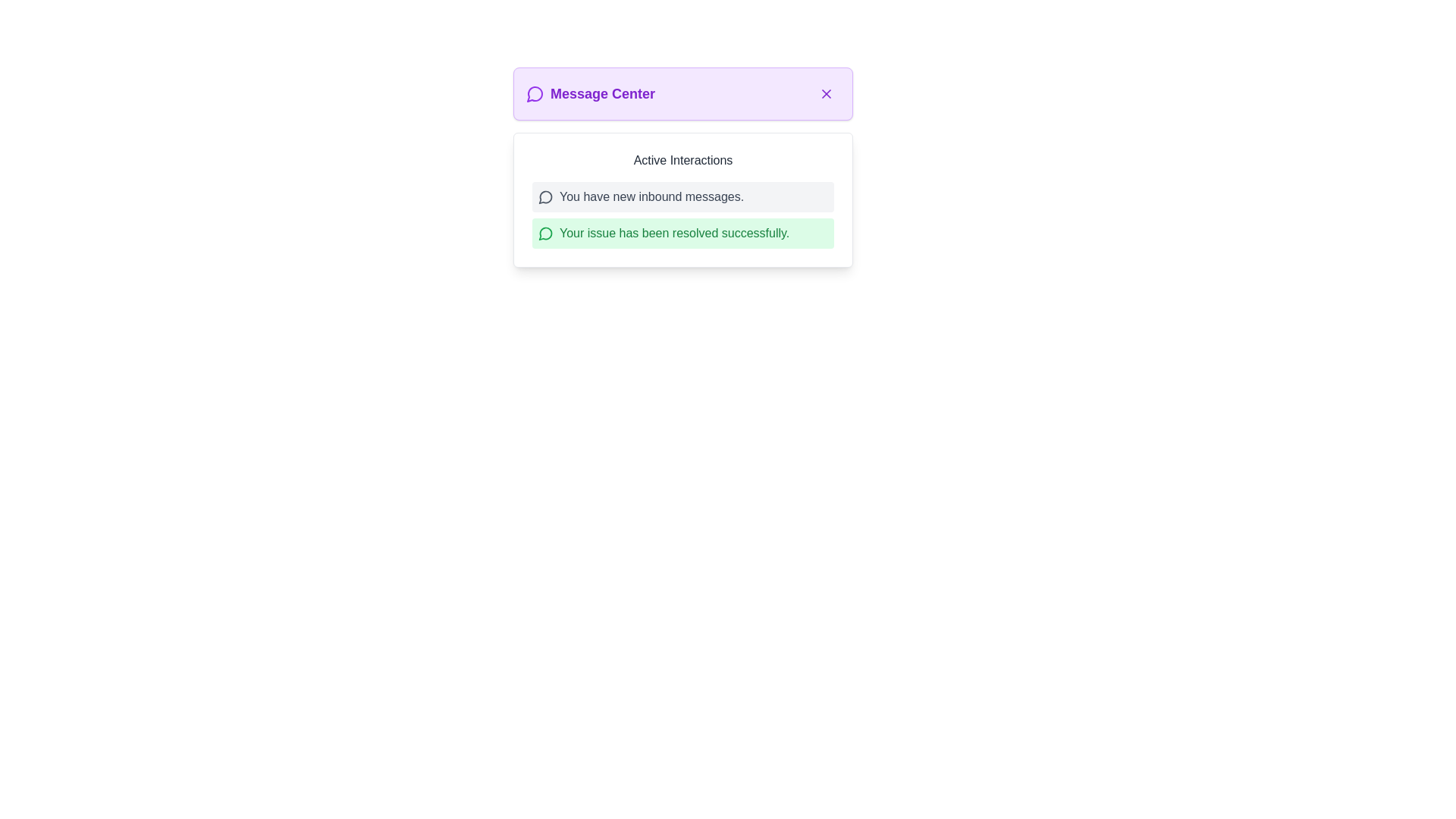 Image resolution: width=1456 pixels, height=819 pixels. I want to click on the small close button represented as an 'X' icon with a purple color at the top-right corner of the 'Message Center' header, so click(825, 93).